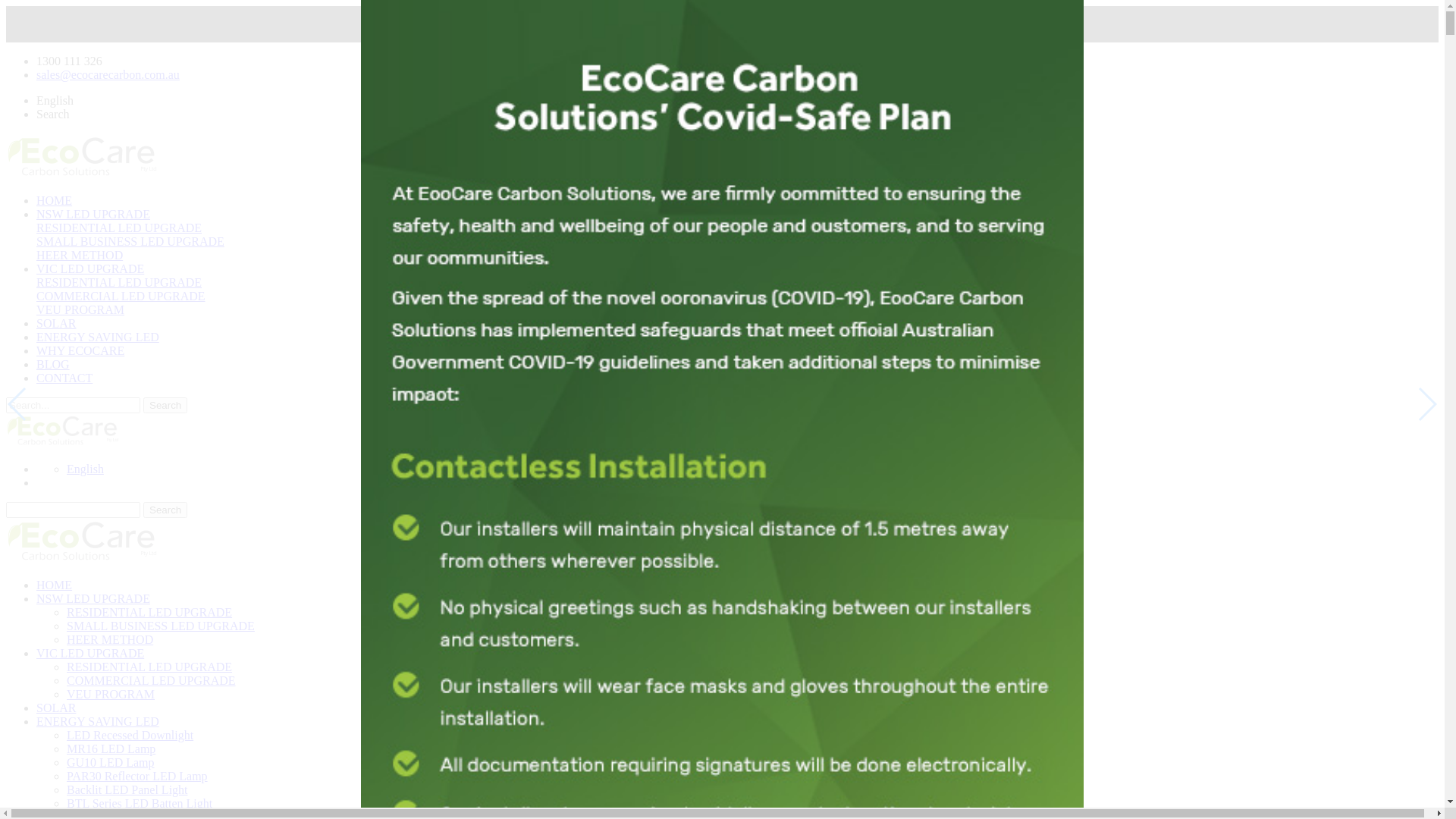 The height and width of the screenshot is (819, 1456). Describe the element at coordinates (137, 776) in the screenshot. I see `'PAR30 Reflector LED Lamp'` at that location.